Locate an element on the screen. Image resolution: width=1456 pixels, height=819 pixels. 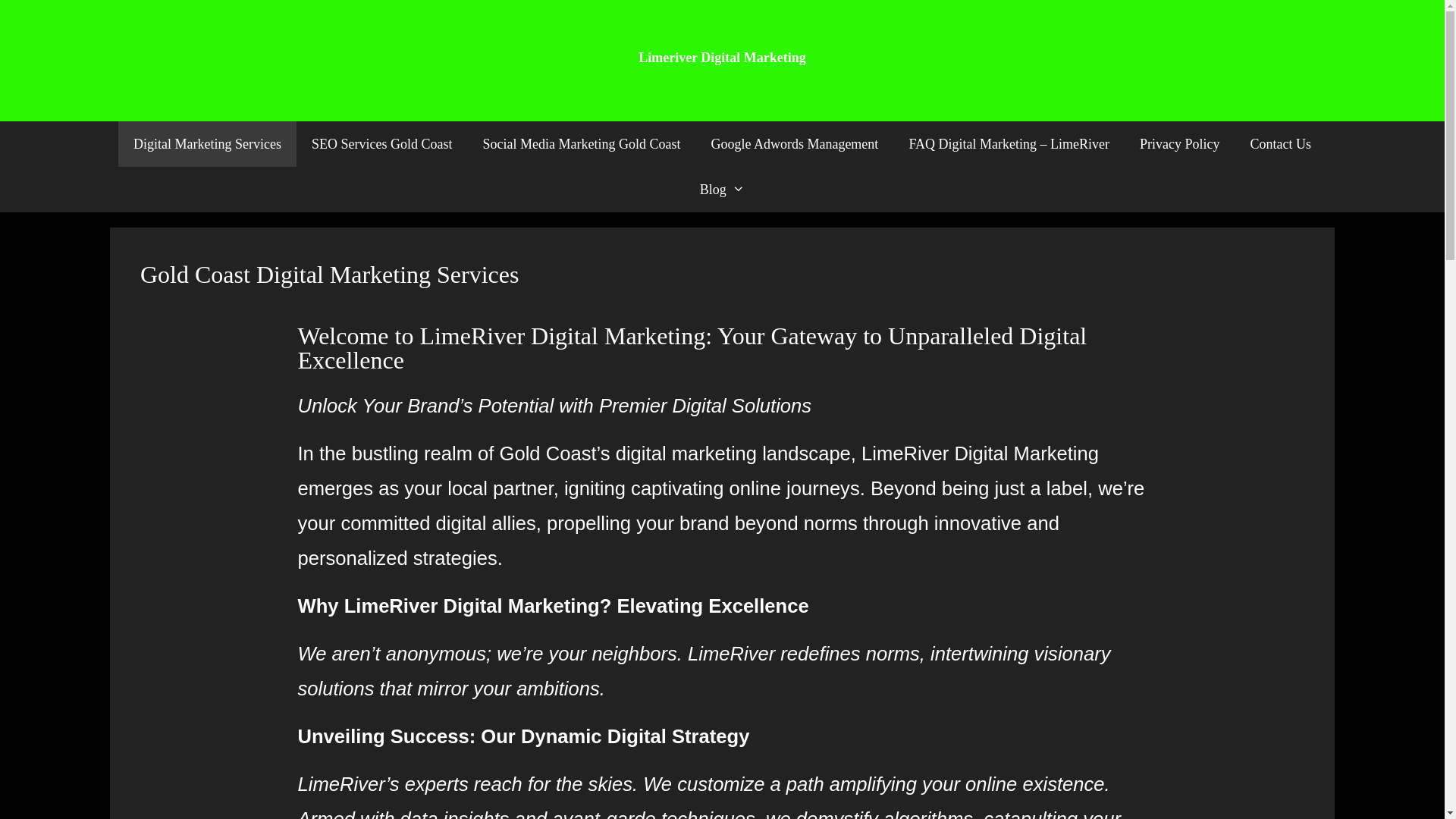
'Digital Marketing Services' is located at coordinates (206, 143).